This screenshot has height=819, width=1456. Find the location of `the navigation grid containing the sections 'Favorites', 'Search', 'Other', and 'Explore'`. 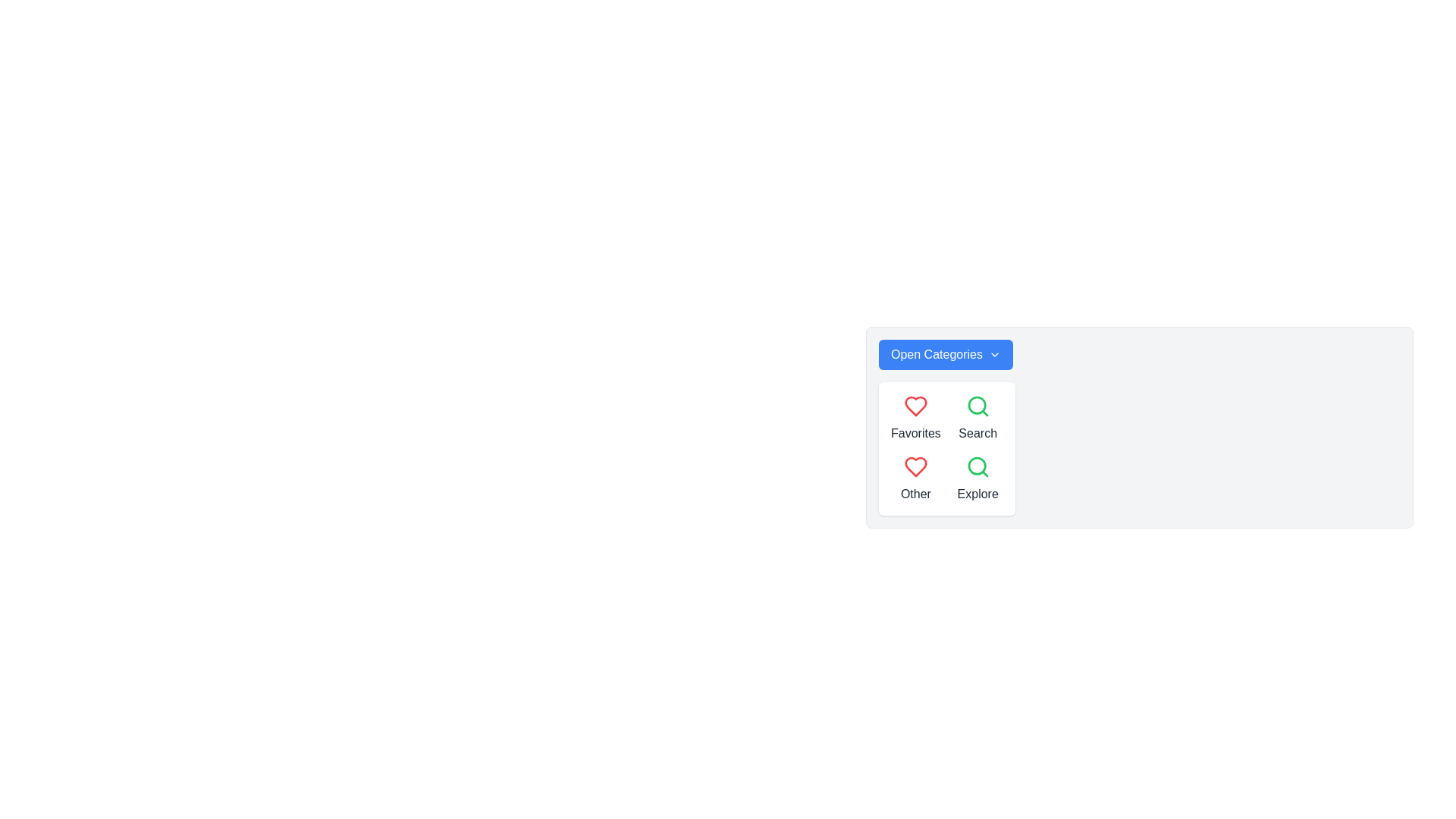

the navigation grid containing the sections 'Favorites', 'Search', 'Other', and 'Explore' is located at coordinates (946, 447).